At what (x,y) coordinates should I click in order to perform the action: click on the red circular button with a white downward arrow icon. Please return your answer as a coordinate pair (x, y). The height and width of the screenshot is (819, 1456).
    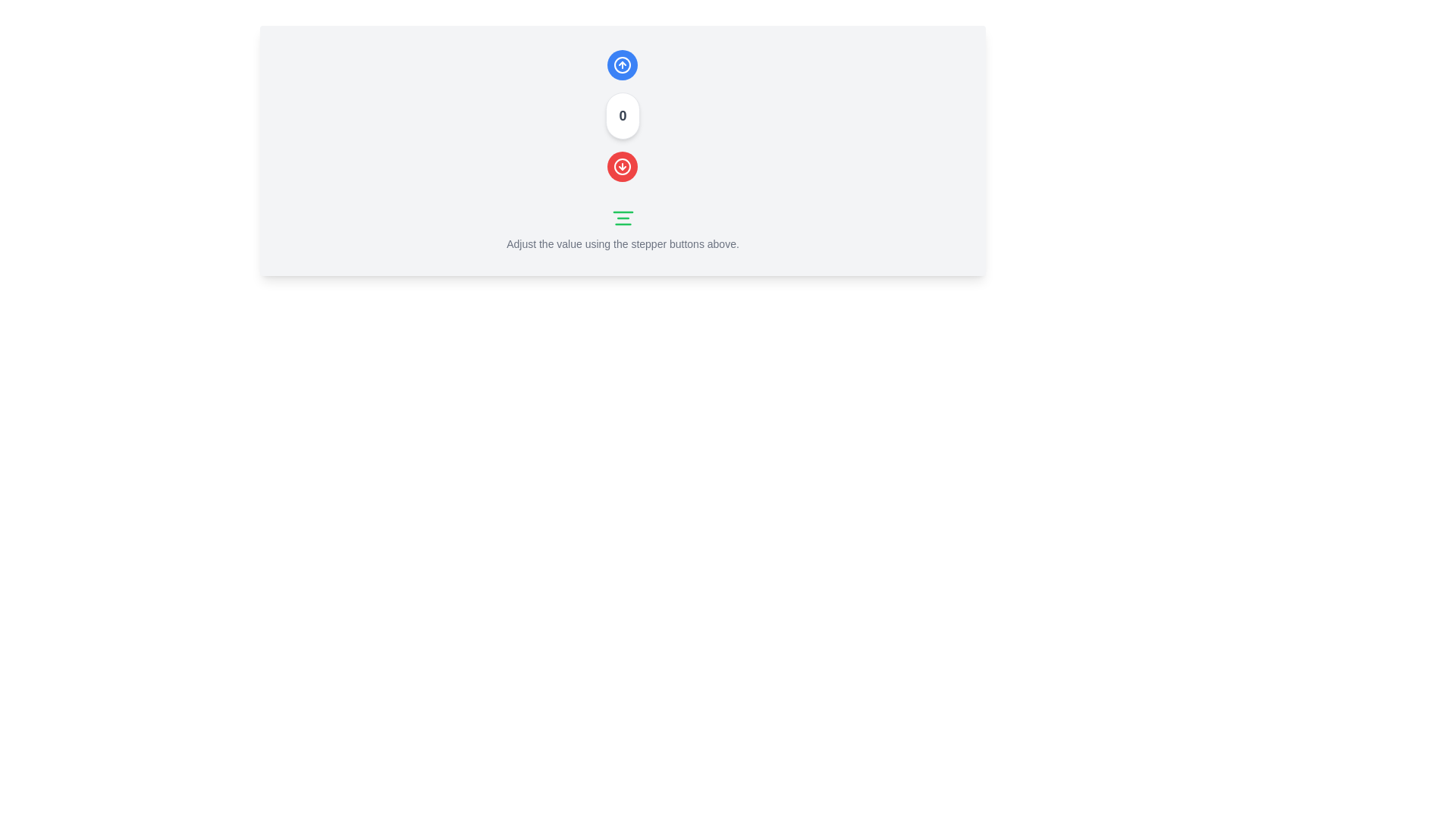
    Looking at the image, I should click on (623, 166).